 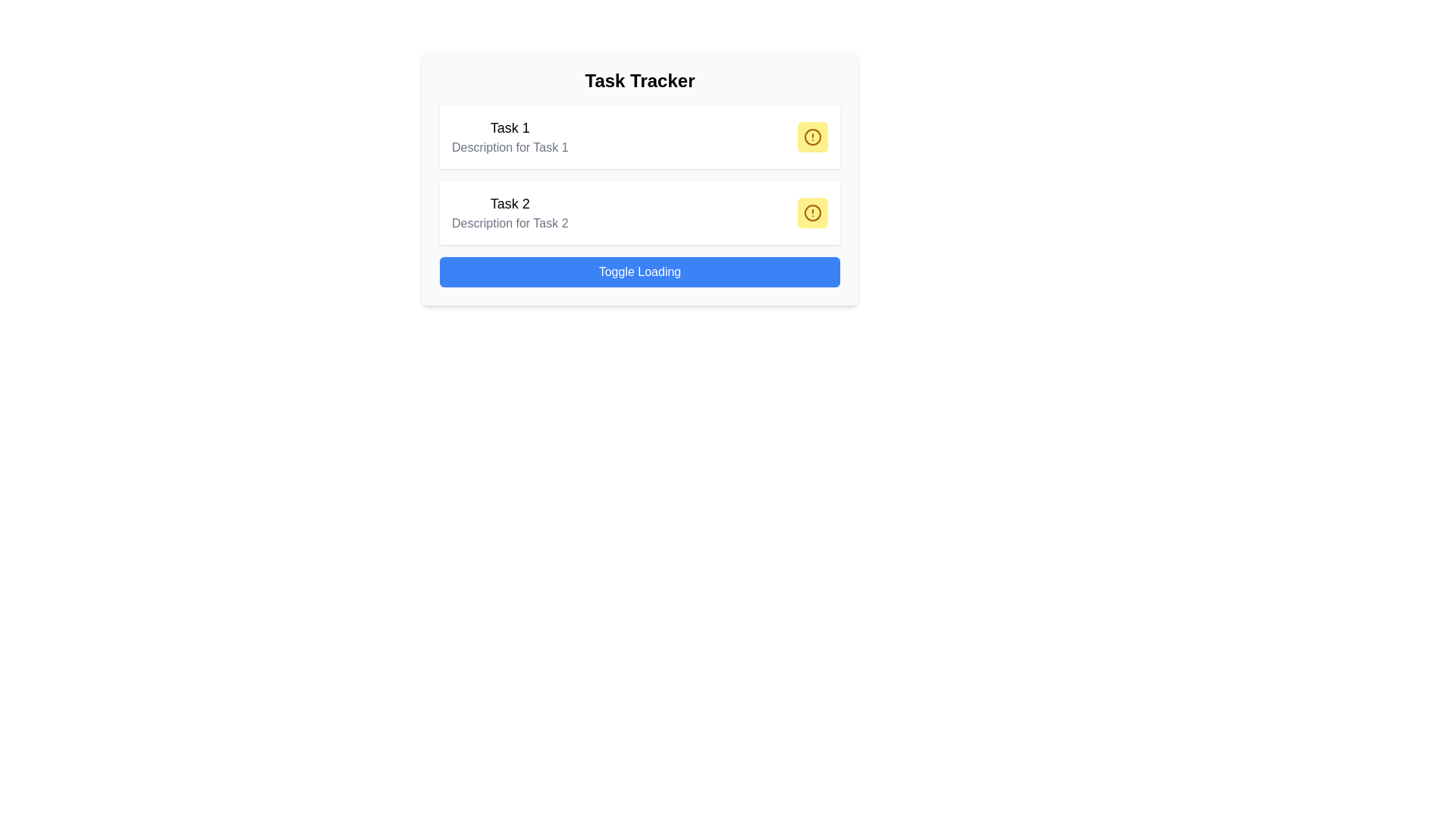 What do you see at coordinates (811, 213) in the screenshot?
I see `the central part of the alert icon associated with 'Task 2', located in the rightmost part of the row labeled 'Task 2'` at bounding box center [811, 213].